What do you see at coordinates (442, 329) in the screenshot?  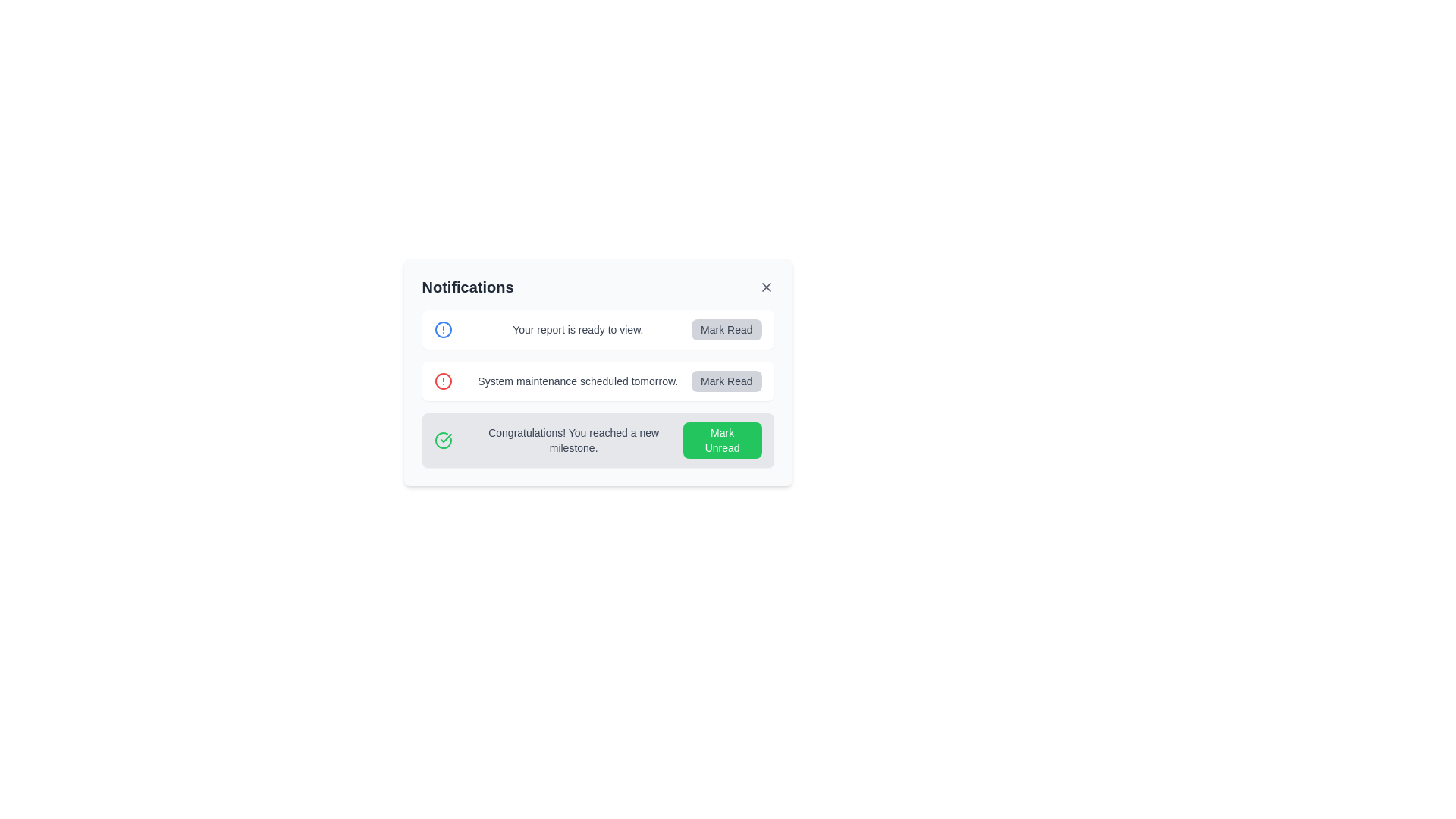 I see `the blue circular outline of the first notification icon in the notification list, which represents an alert circle for the notification titled 'Your report is ready` at bounding box center [442, 329].